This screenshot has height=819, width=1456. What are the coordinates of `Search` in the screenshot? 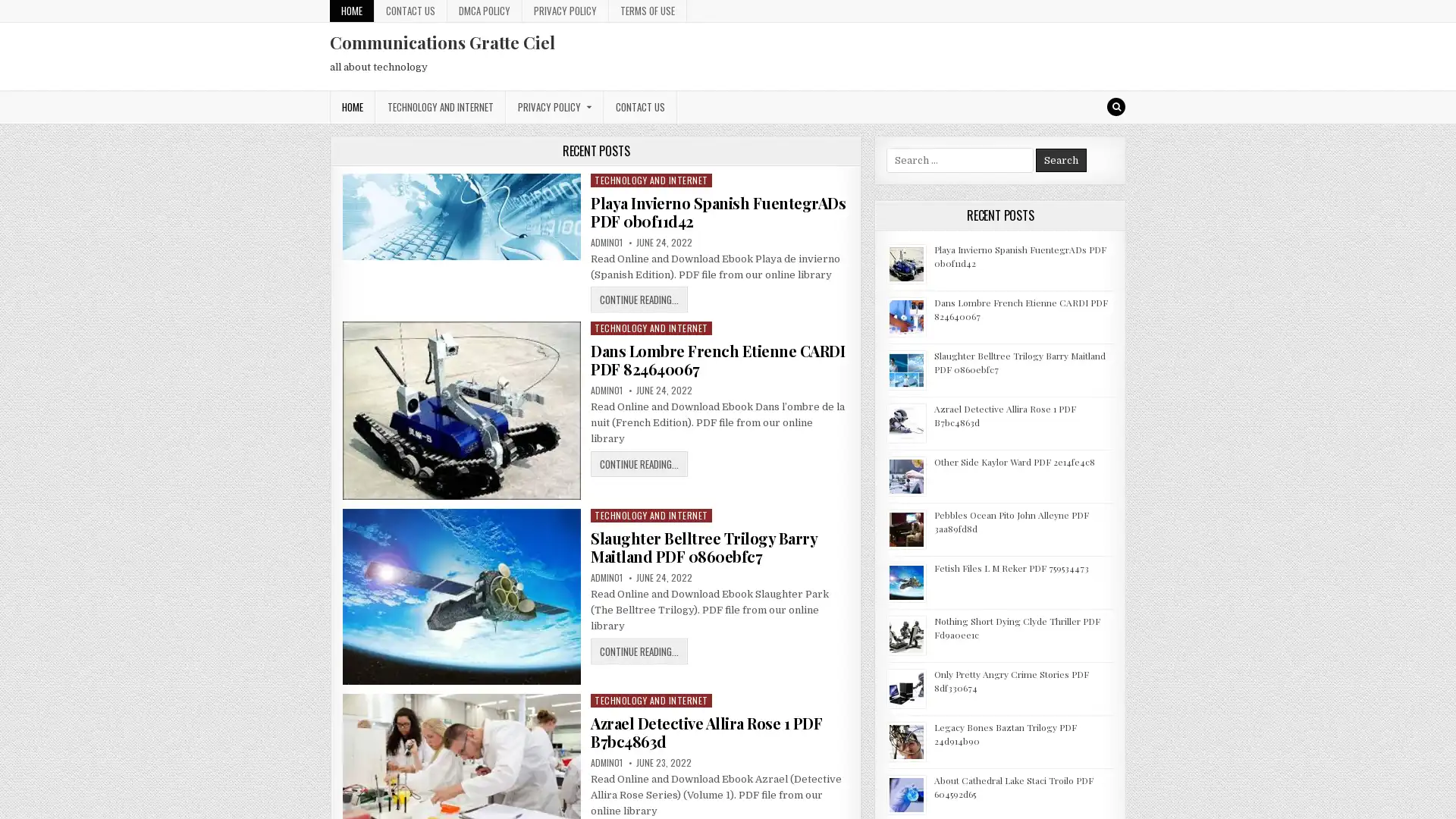 It's located at (1060, 160).